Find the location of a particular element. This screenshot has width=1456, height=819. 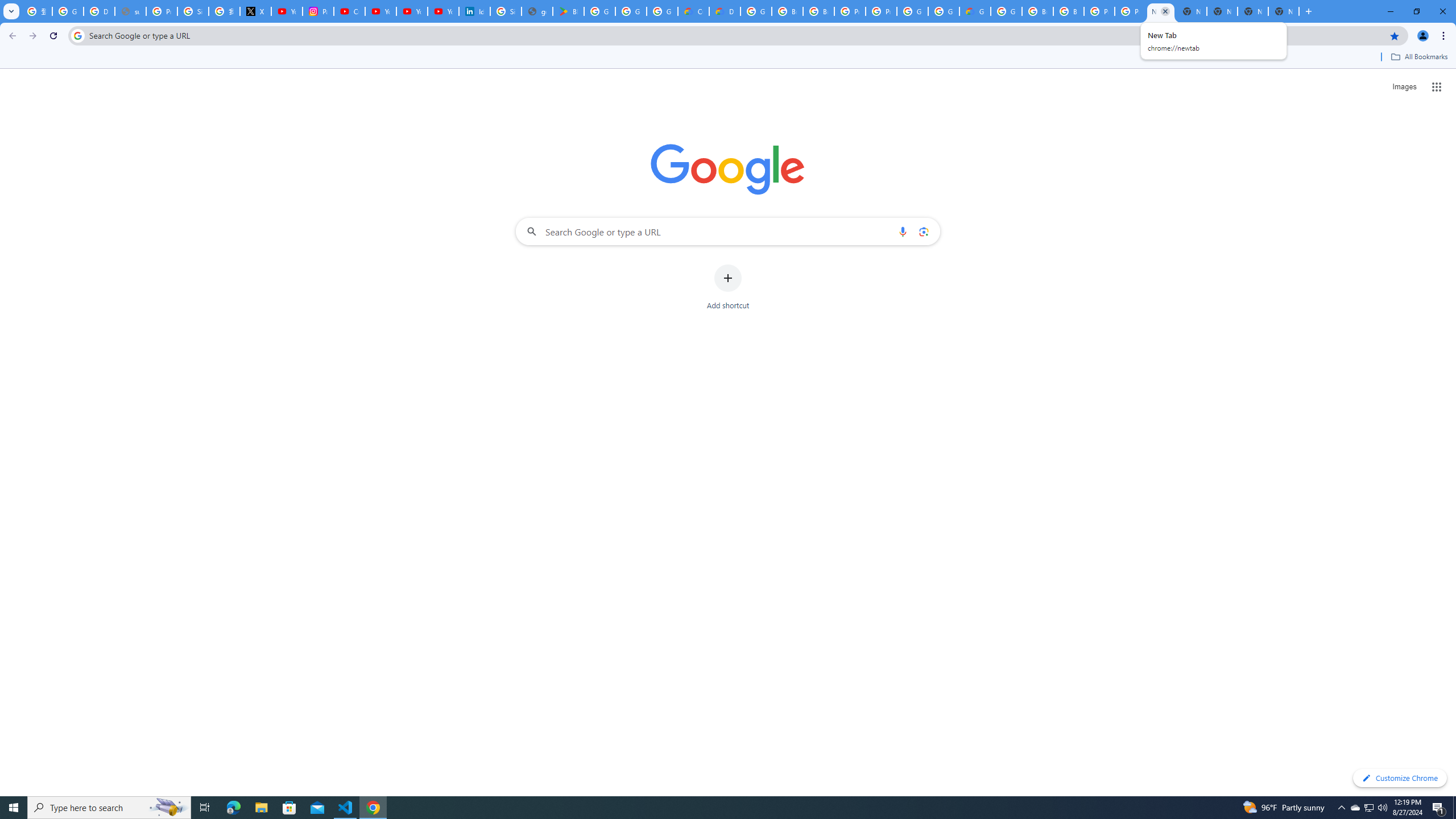

'X' is located at coordinates (255, 11).